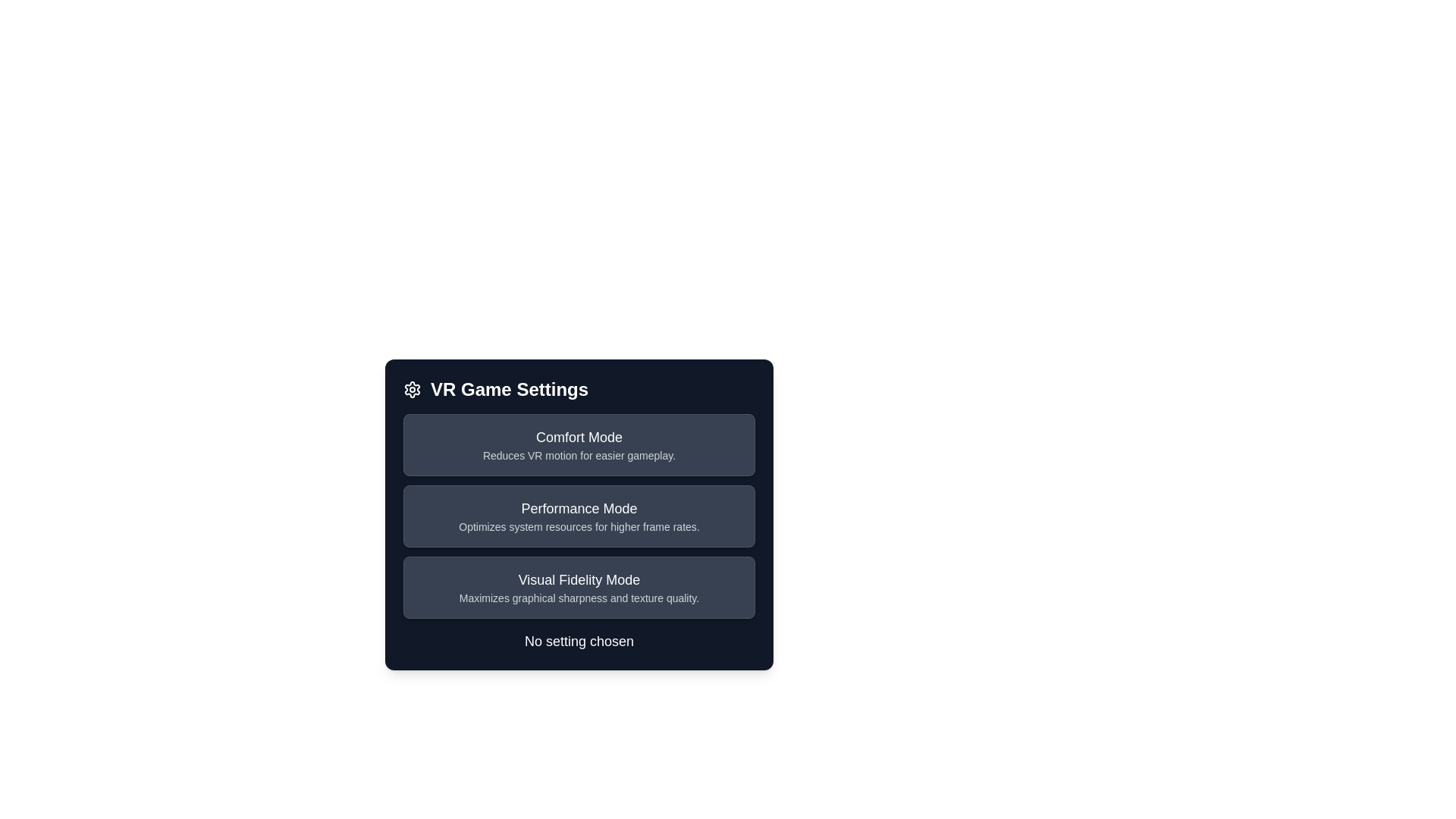  Describe the element at coordinates (578, 455) in the screenshot. I see `the descriptive text label that clarifies the purpose of the 'Comfort Mode' option, which is located below the title text 'Comfort Mode' within the 'VR Game Settings.'` at that location.